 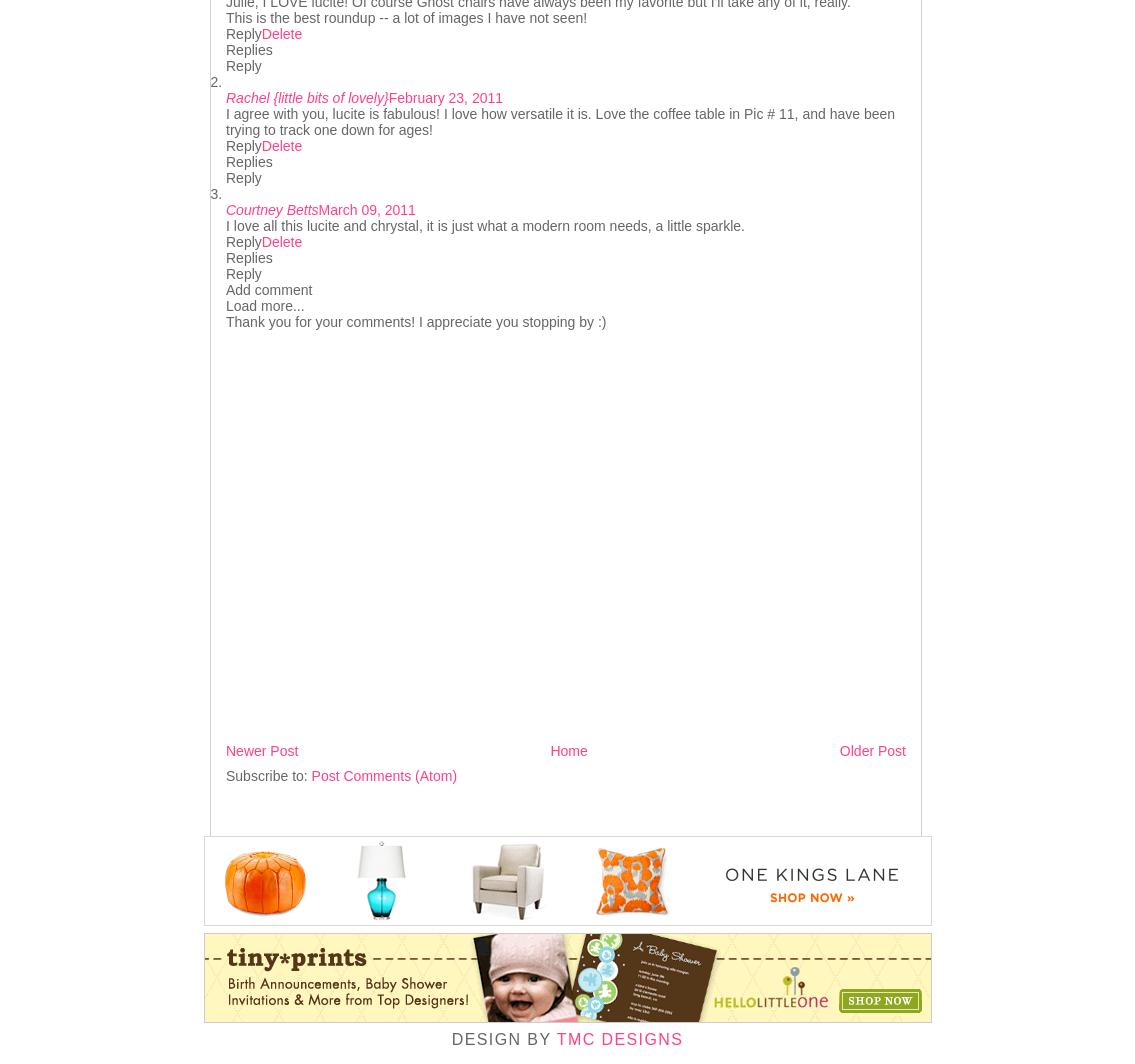 What do you see at coordinates (619, 1038) in the screenshot?
I see `'TMC DESIGNS'` at bounding box center [619, 1038].